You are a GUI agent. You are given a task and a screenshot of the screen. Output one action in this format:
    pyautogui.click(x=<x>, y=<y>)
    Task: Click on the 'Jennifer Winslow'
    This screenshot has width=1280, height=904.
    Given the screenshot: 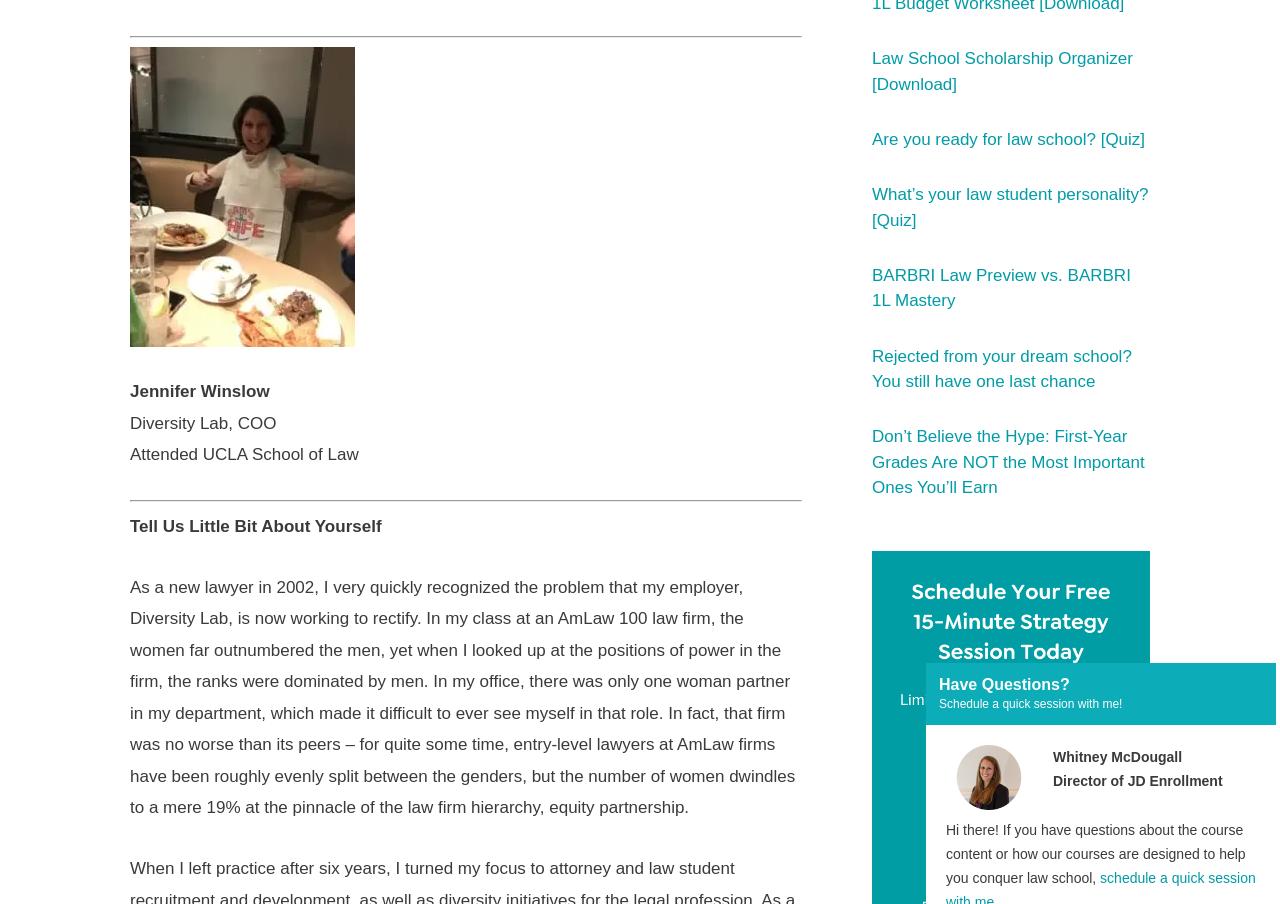 What is the action you would take?
    pyautogui.click(x=199, y=390)
    